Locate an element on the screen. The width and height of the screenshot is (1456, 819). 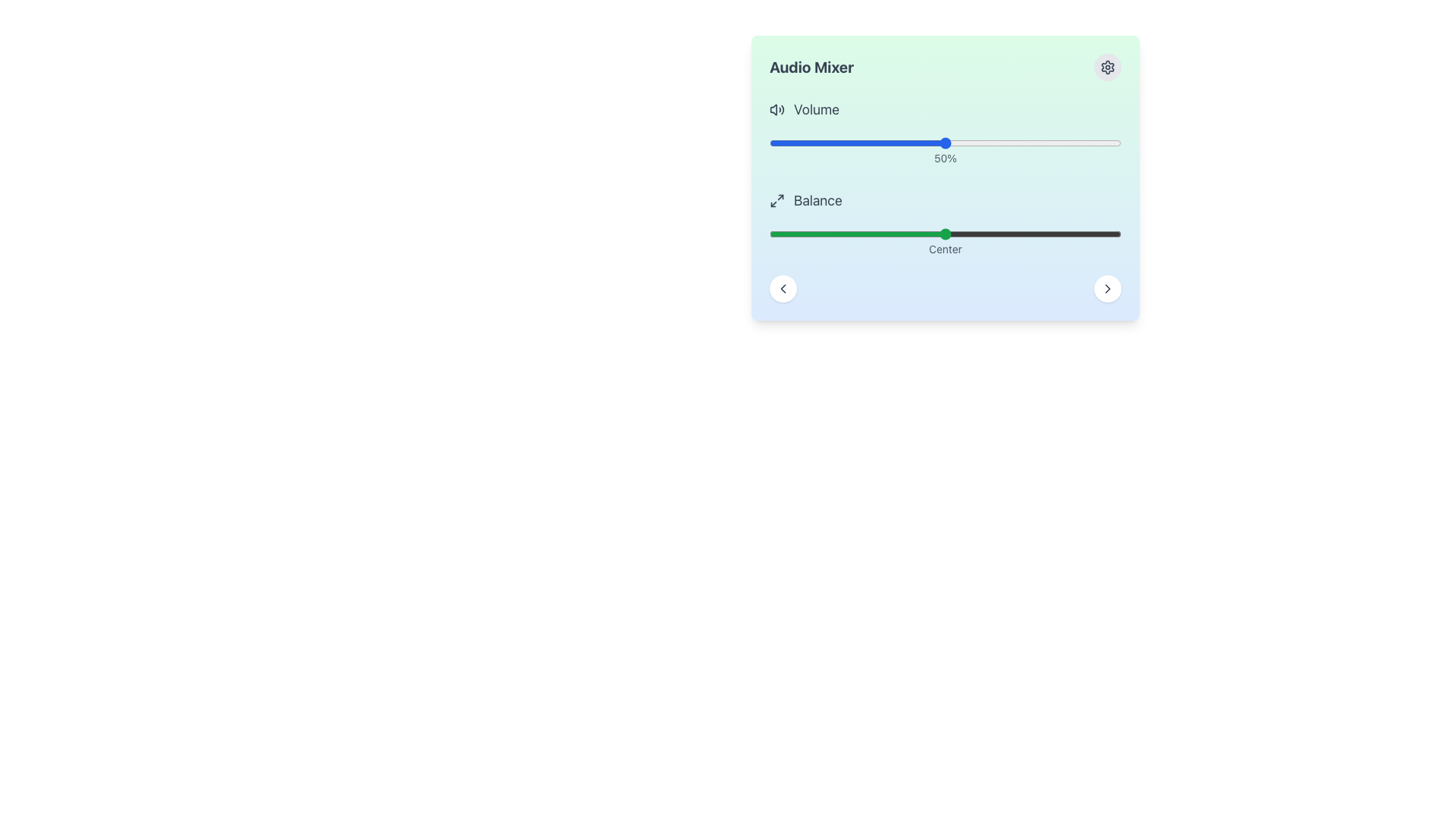
balance is located at coordinates (868, 234).